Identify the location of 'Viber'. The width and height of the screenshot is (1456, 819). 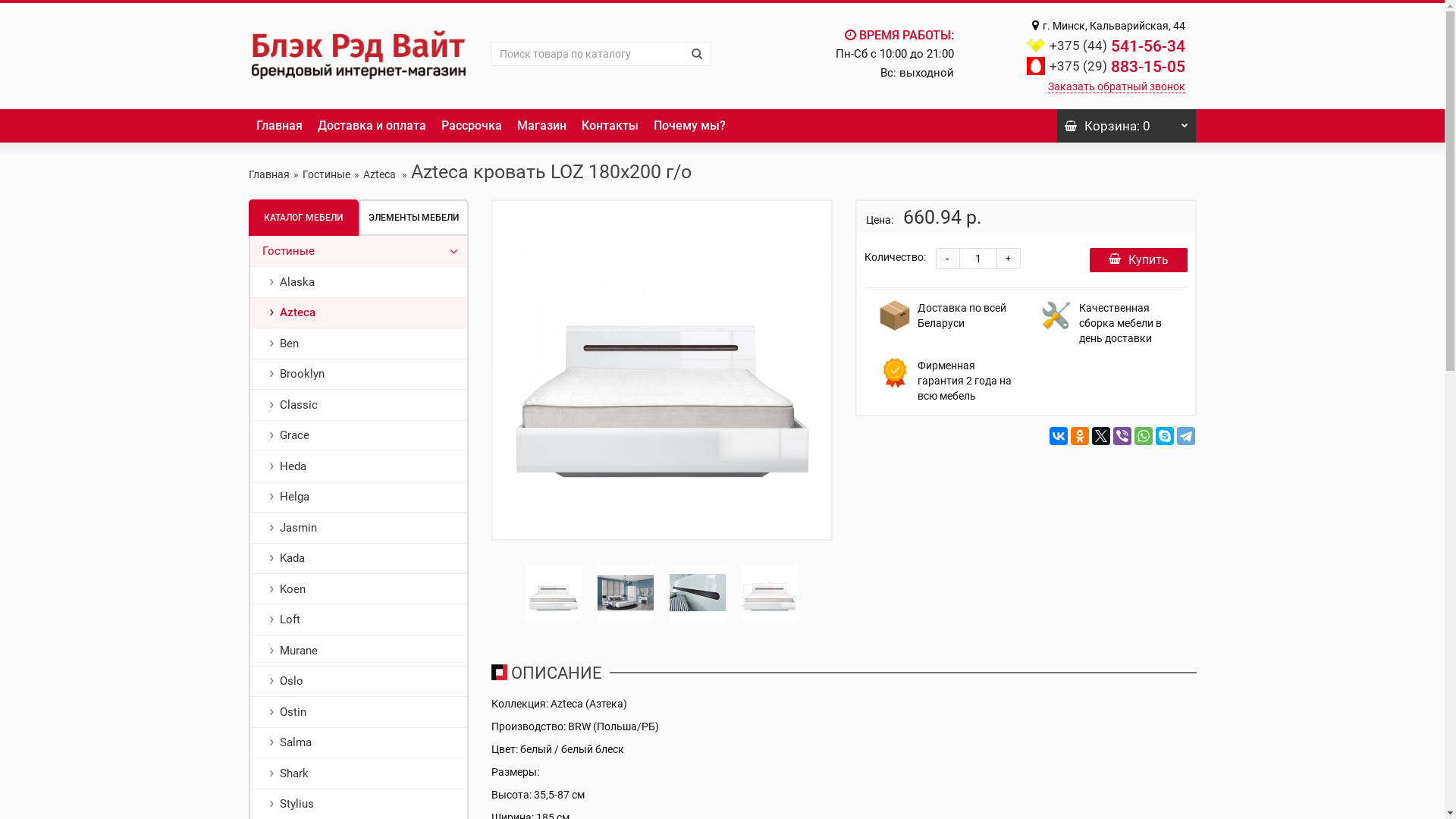
(1122, 435).